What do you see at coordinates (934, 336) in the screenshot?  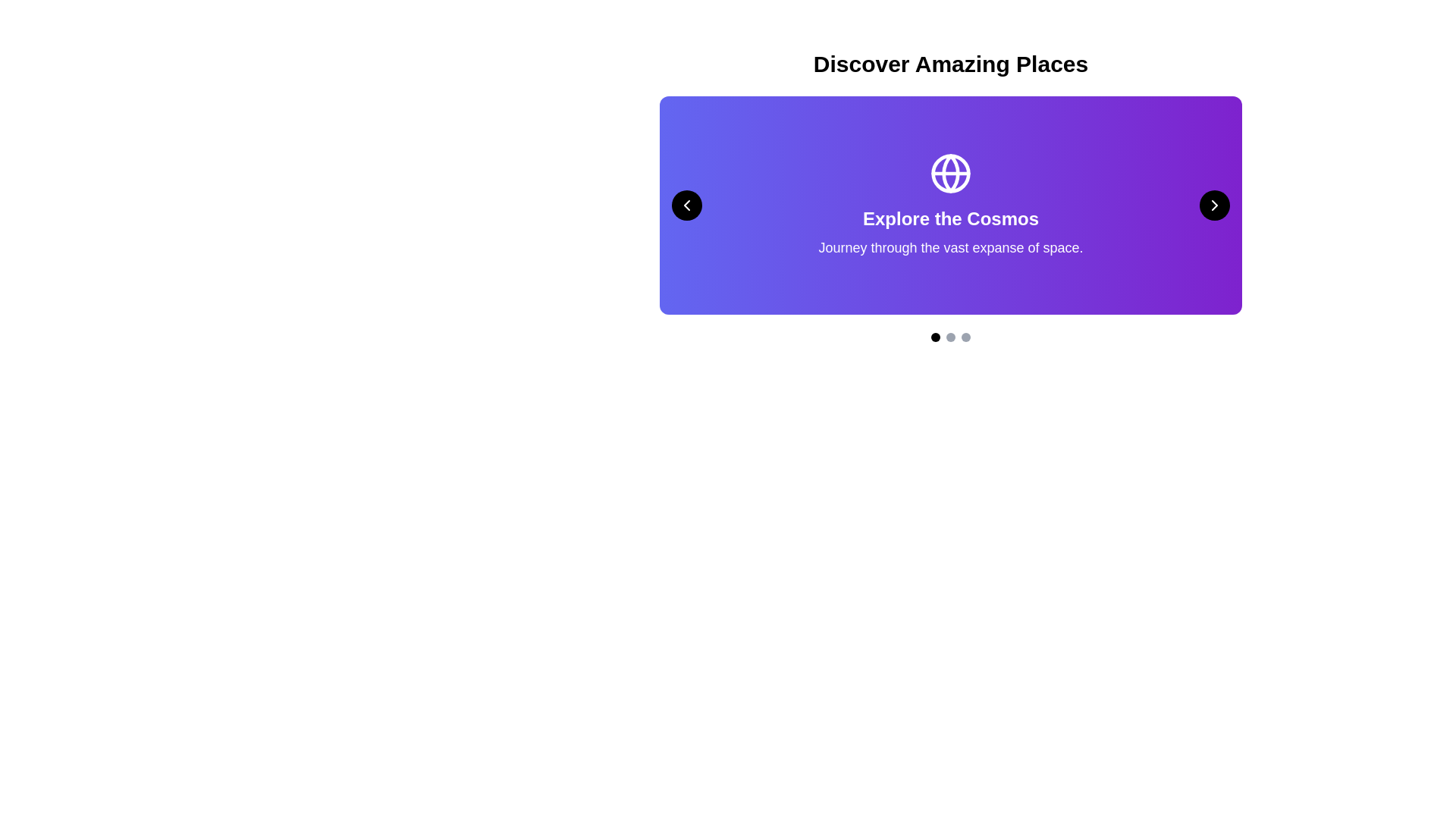 I see `the leftmost circular indicator in the bottom center of the interface for interaction` at bounding box center [934, 336].